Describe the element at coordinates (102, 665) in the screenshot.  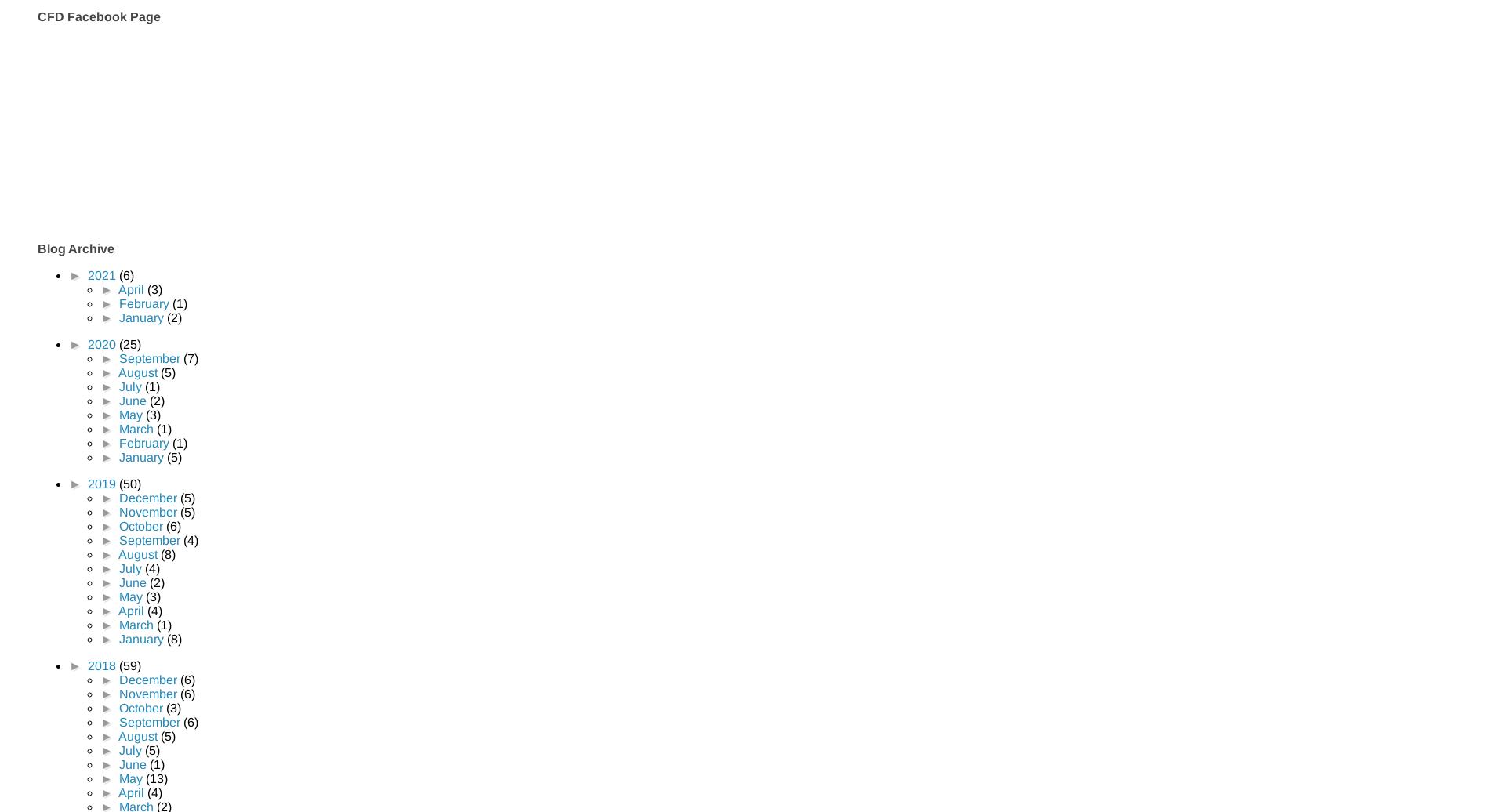
I see `'2018'` at that location.